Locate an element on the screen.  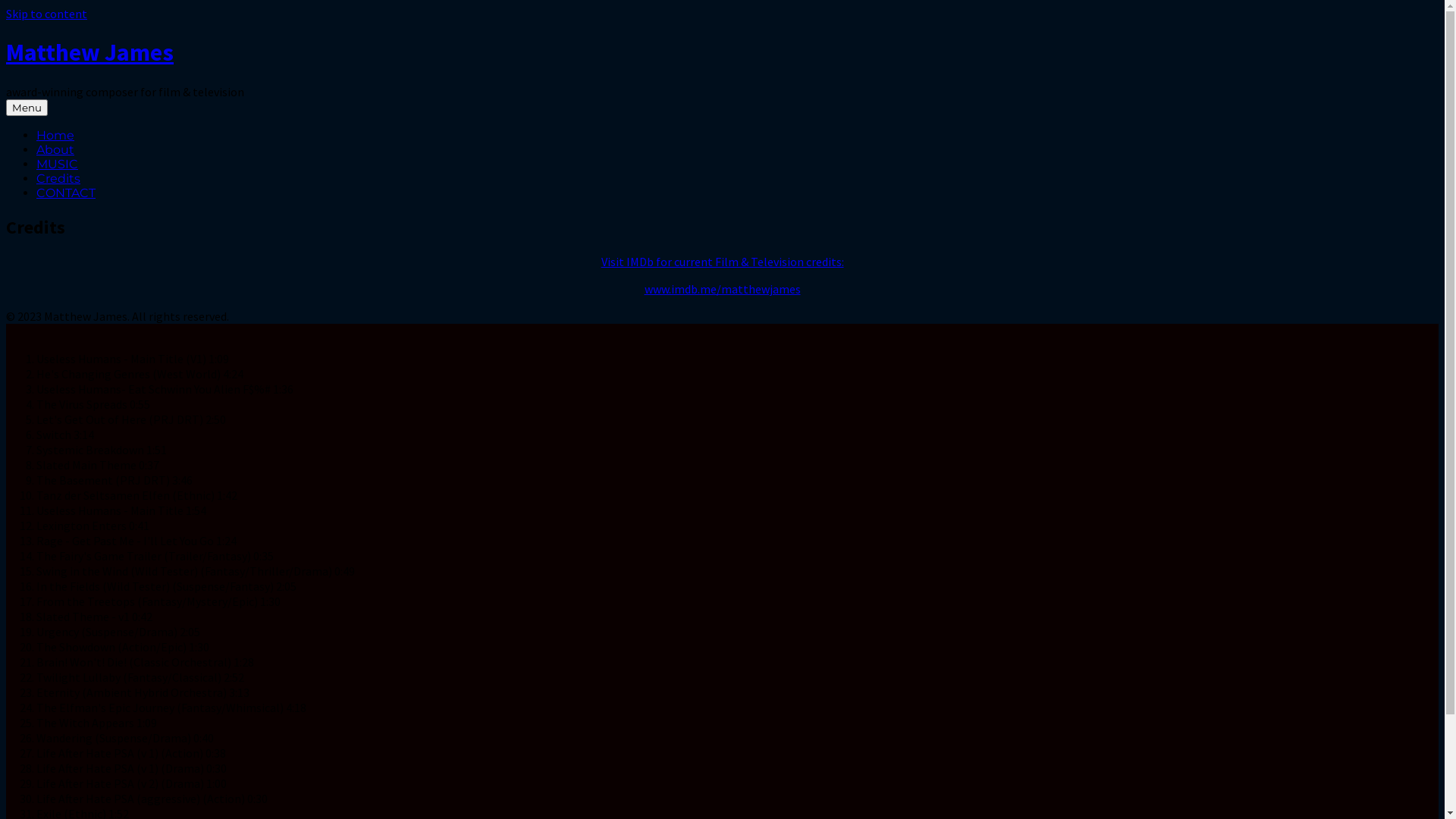
'www.imdb.me/matthewjames' is located at coordinates (722, 289).